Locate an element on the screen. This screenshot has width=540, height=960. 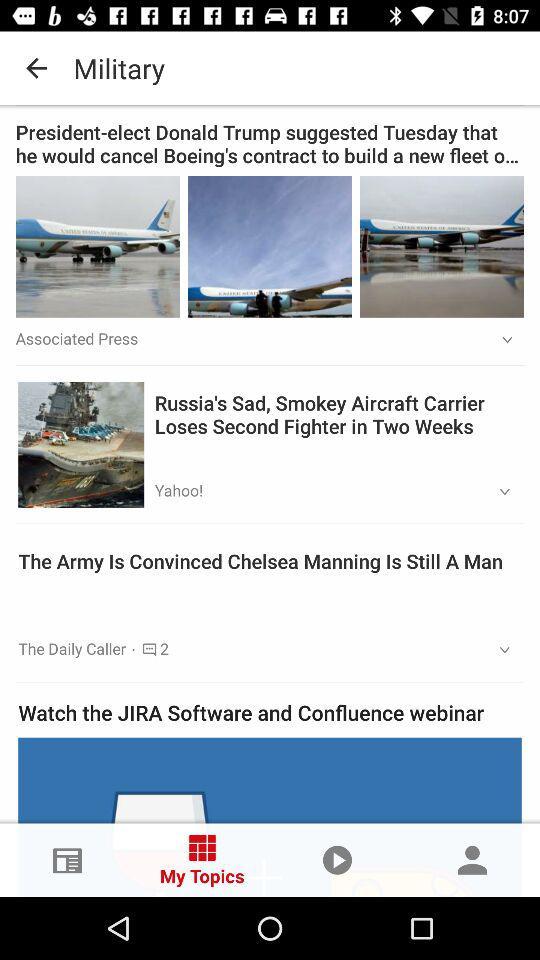
the item next to 2 item is located at coordinates (497, 649).